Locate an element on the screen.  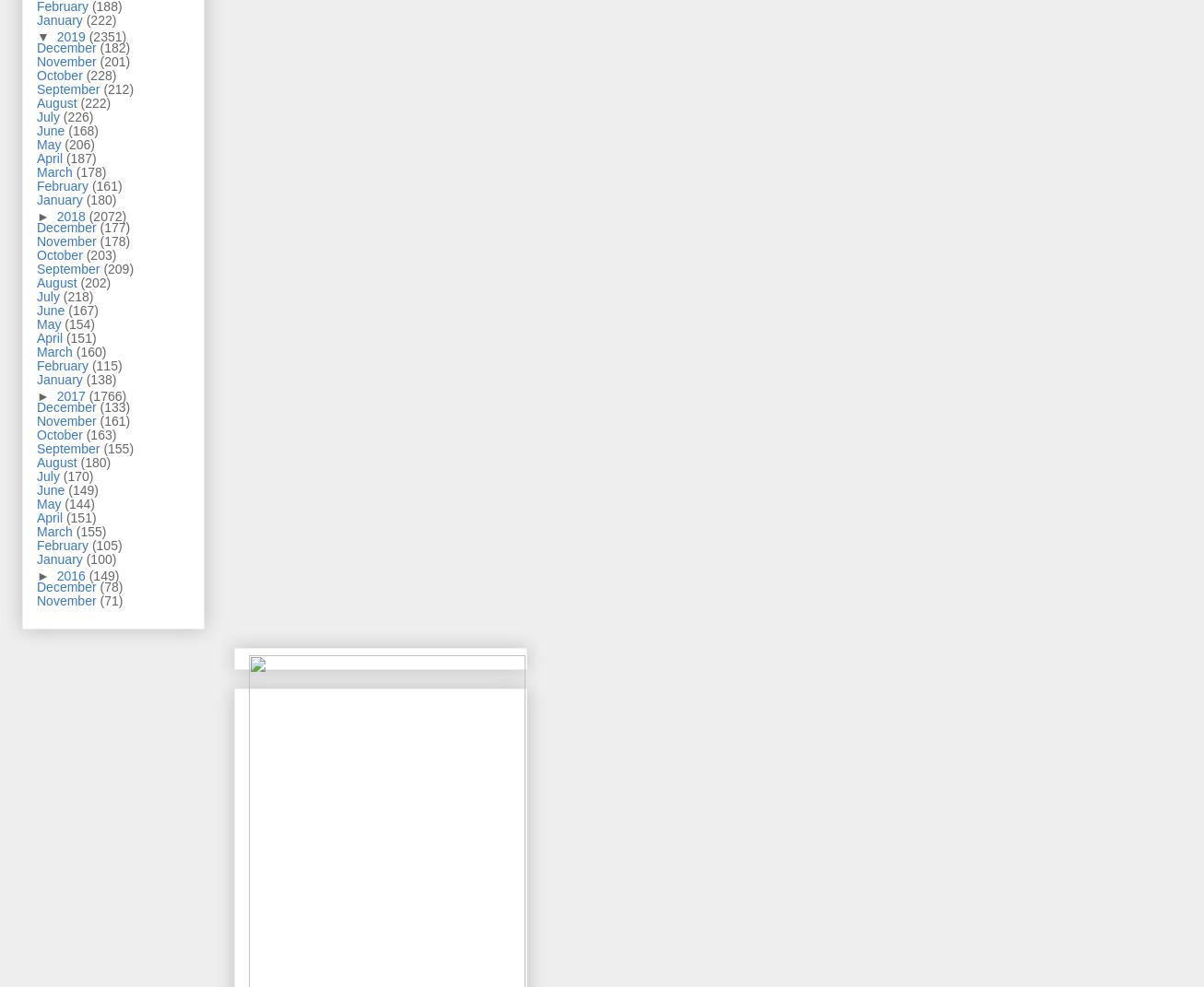
'(177)' is located at coordinates (113, 227).